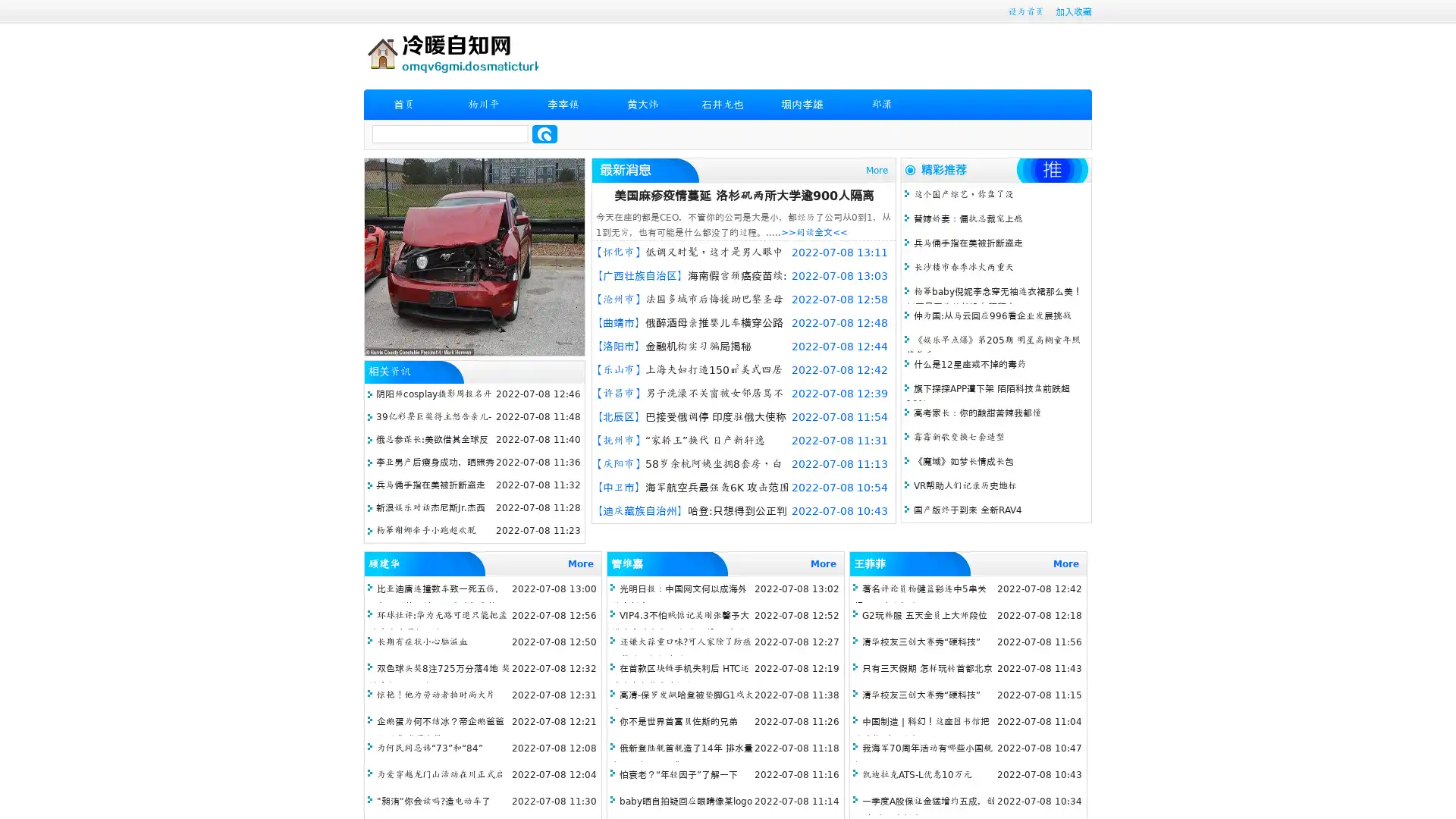  Describe the element at coordinates (544, 133) in the screenshot. I see `Search` at that location.